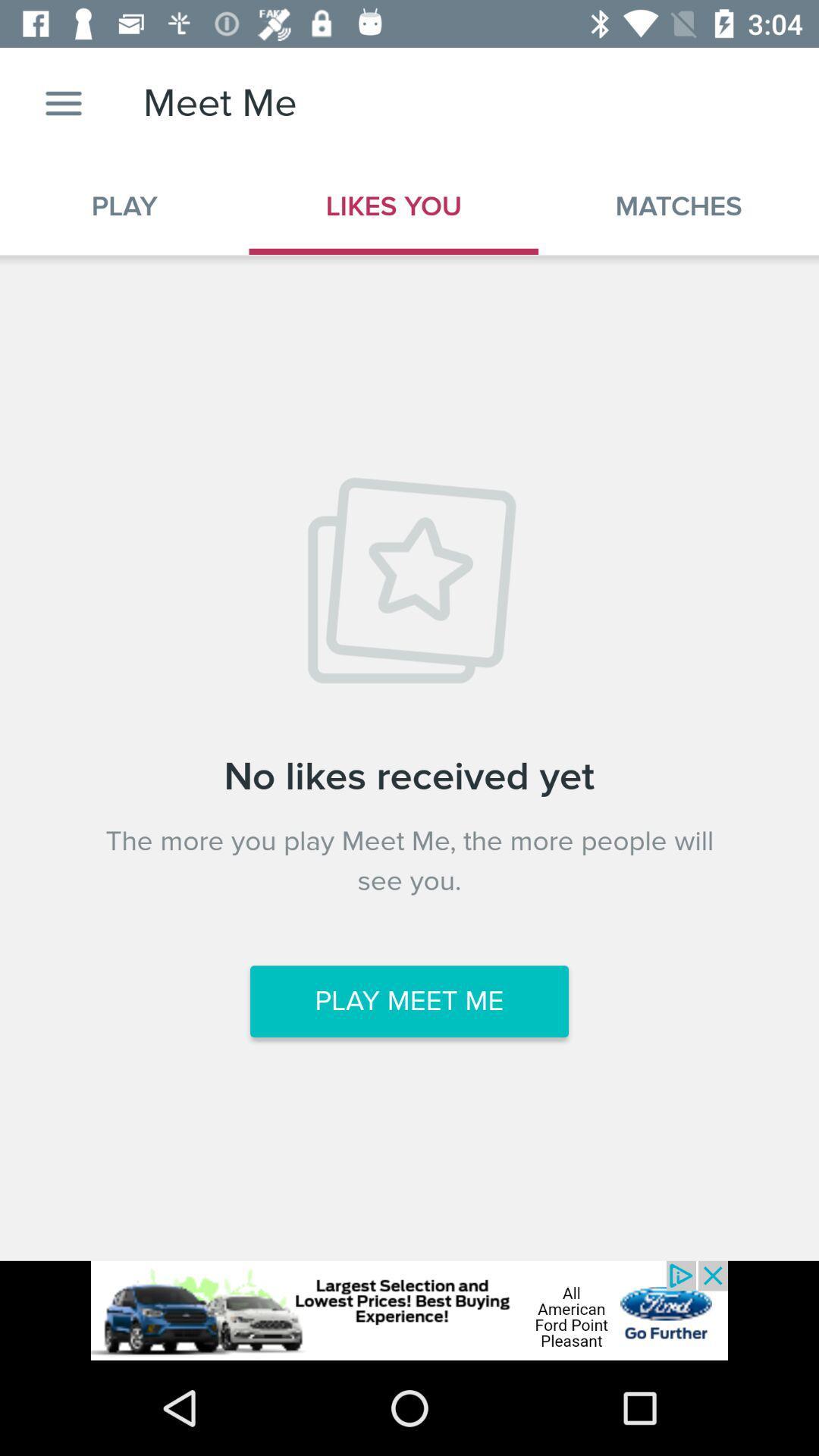 Image resolution: width=819 pixels, height=1456 pixels. Describe the element at coordinates (409, 1310) in the screenshot. I see `advertisement banner` at that location.